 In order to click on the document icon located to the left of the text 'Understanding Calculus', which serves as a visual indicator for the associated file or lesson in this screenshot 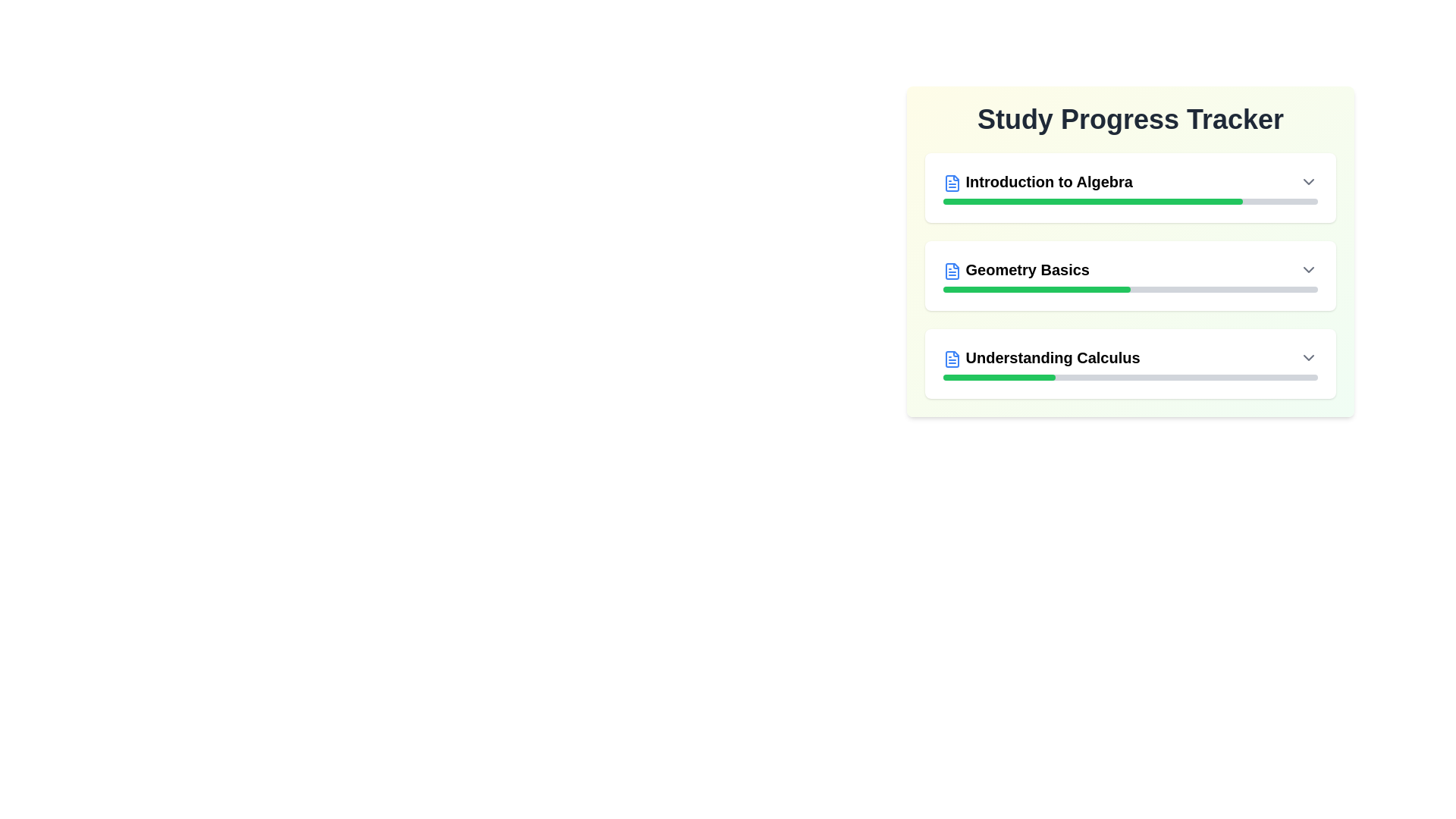, I will do `click(952, 359)`.